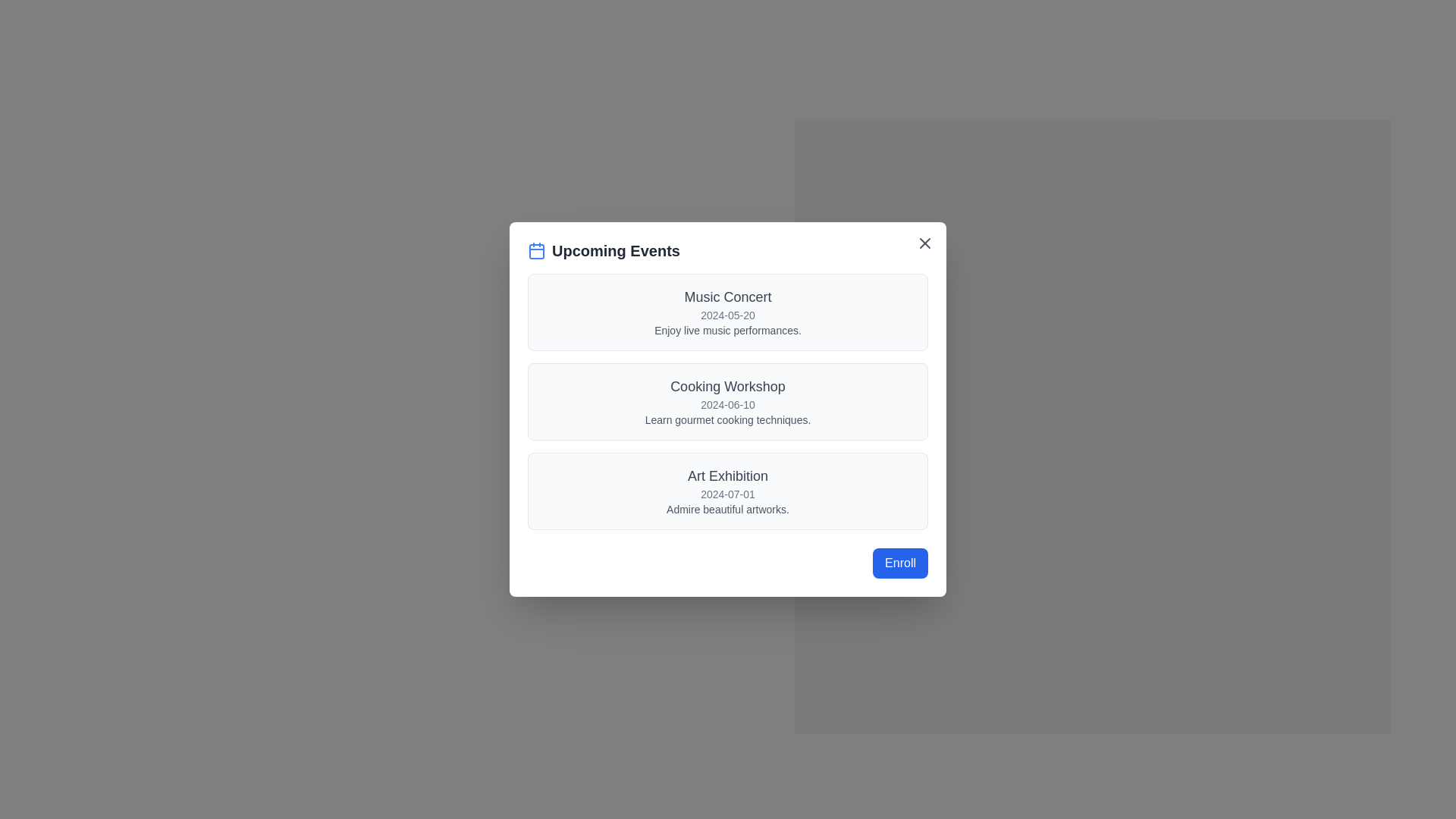  Describe the element at coordinates (728, 315) in the screenshot. I see `the text label displaying the scheduled date of the 'Music Concert' event, which is positioned below the event title and above the description in the first event card` at that location.